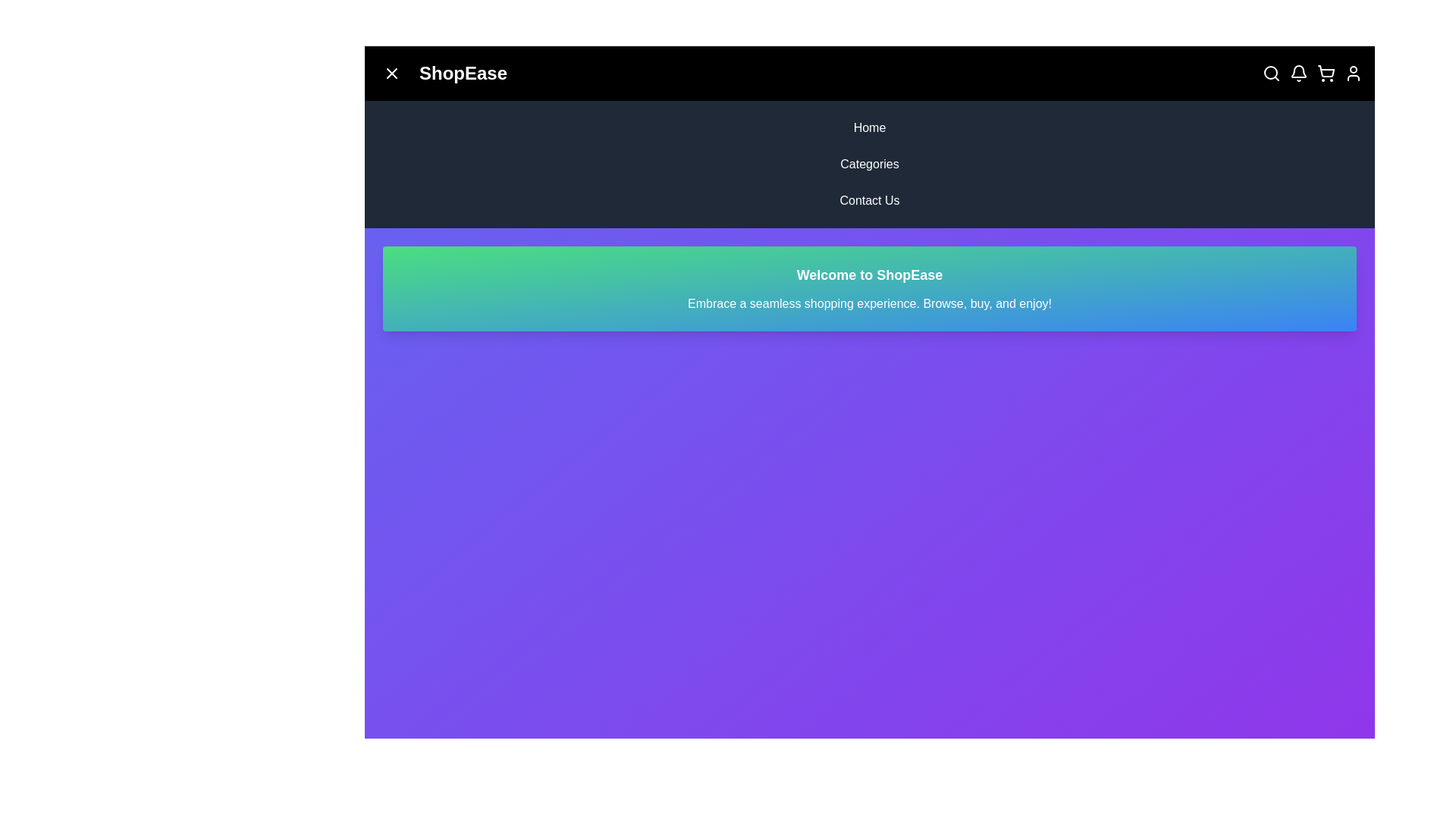 Image resolution: width=1456 pixels, height=819 pixels. I want to click on toggle button to close the menu, so click(392, 73).